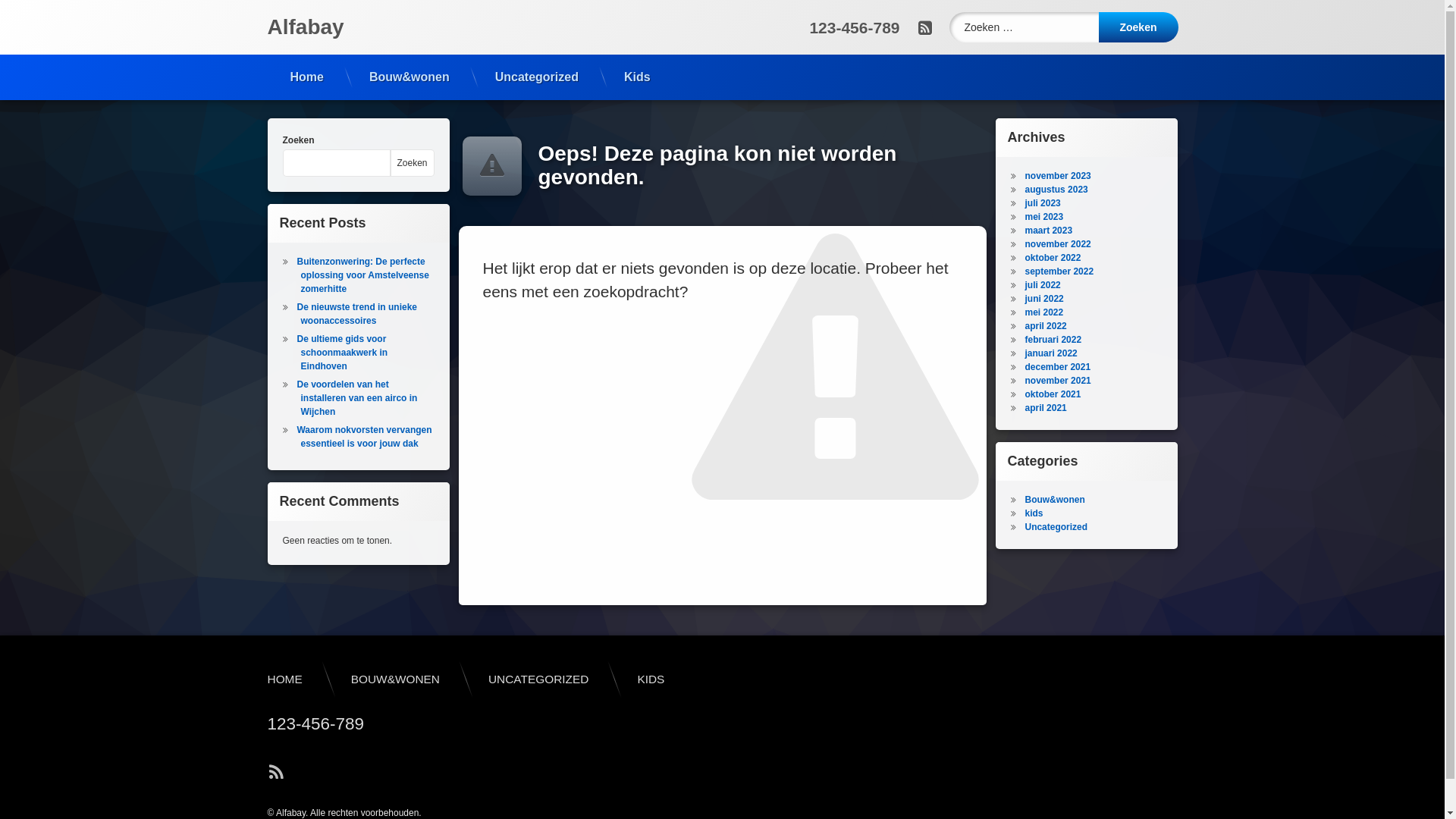 This screenshot has width=1456, height=819. I want to click on 'RSS', so click(276, 772).